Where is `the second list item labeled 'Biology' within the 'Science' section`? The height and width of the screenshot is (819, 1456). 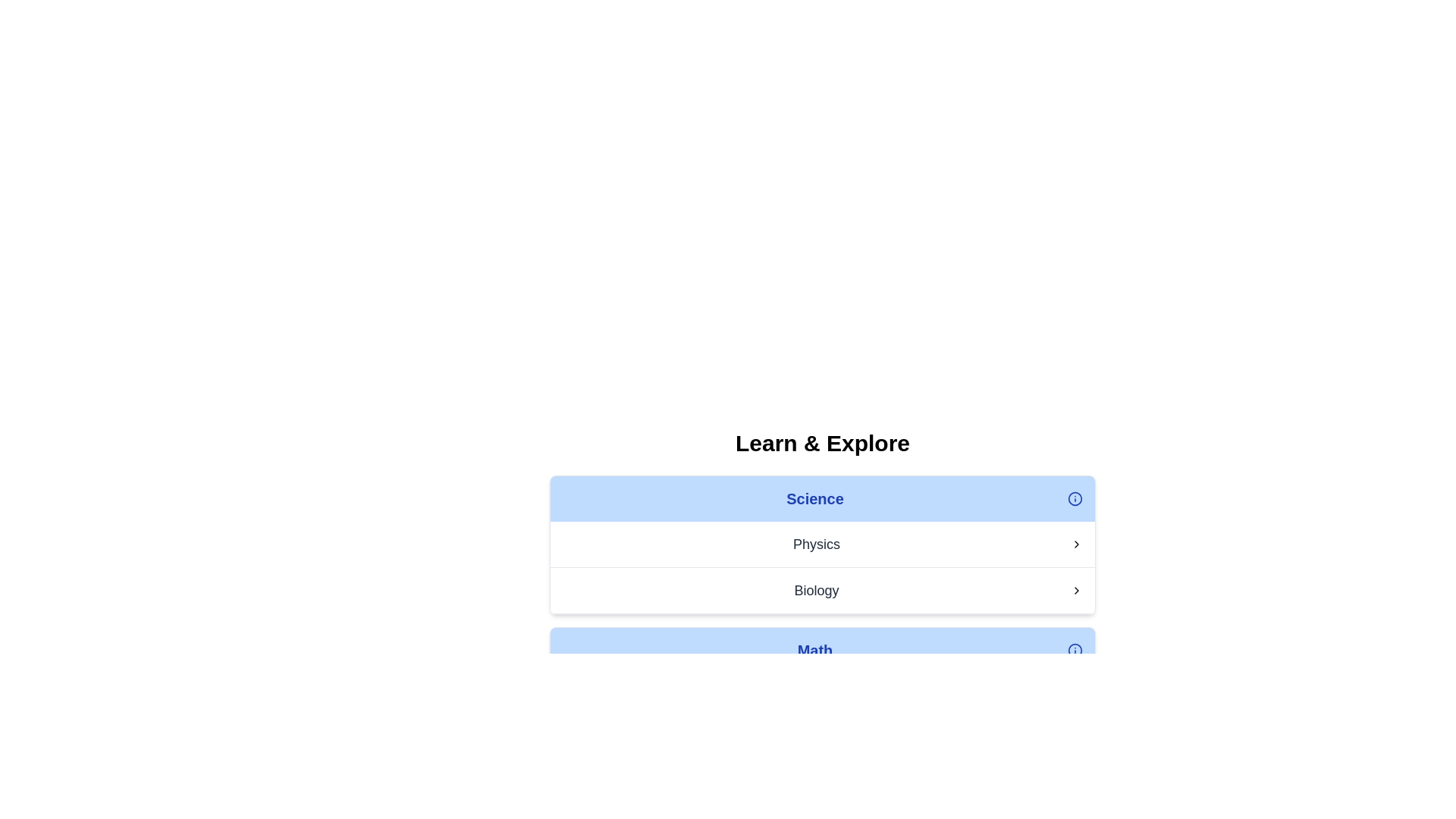 the second list item labeled 'Biology' within the 'Science' section is located at coordinates (821, 590).